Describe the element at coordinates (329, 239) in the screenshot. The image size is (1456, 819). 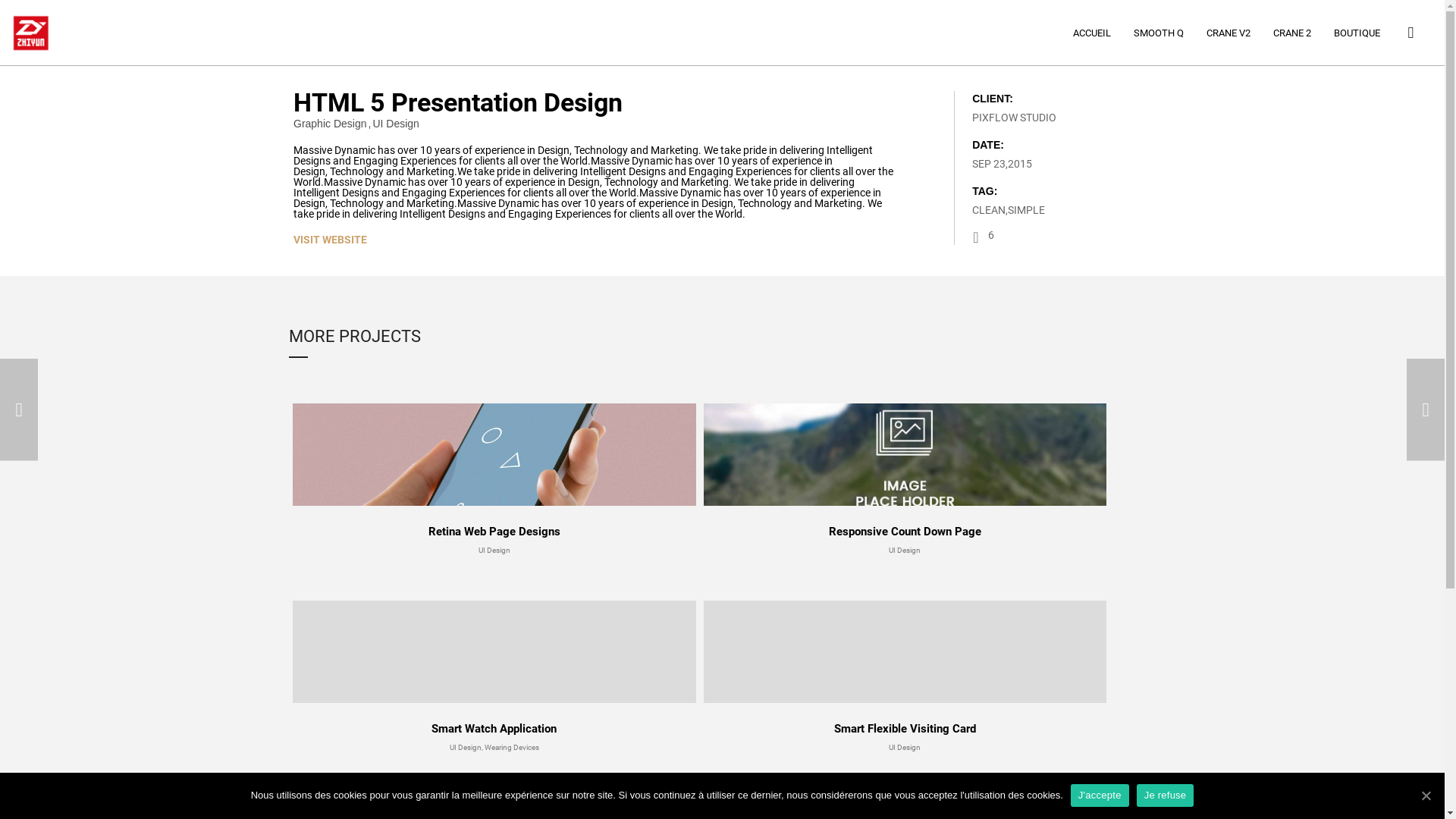
I see `'VISIT WEBSITE'` at that location.